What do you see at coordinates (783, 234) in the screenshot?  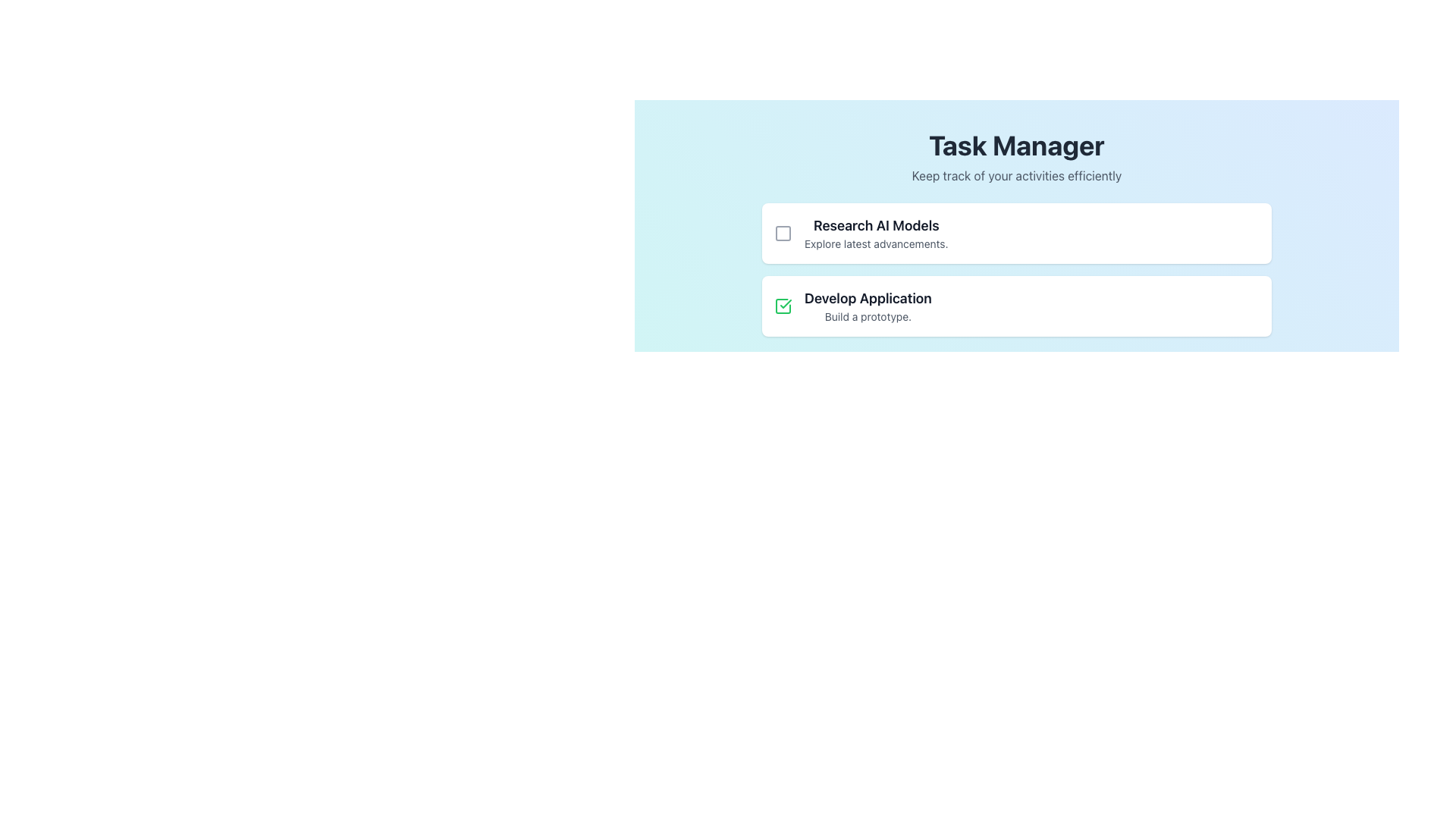 I see `the checkbox component next to 'Research AI Models' in the Task Manager section` at bounding box center [783, 234].